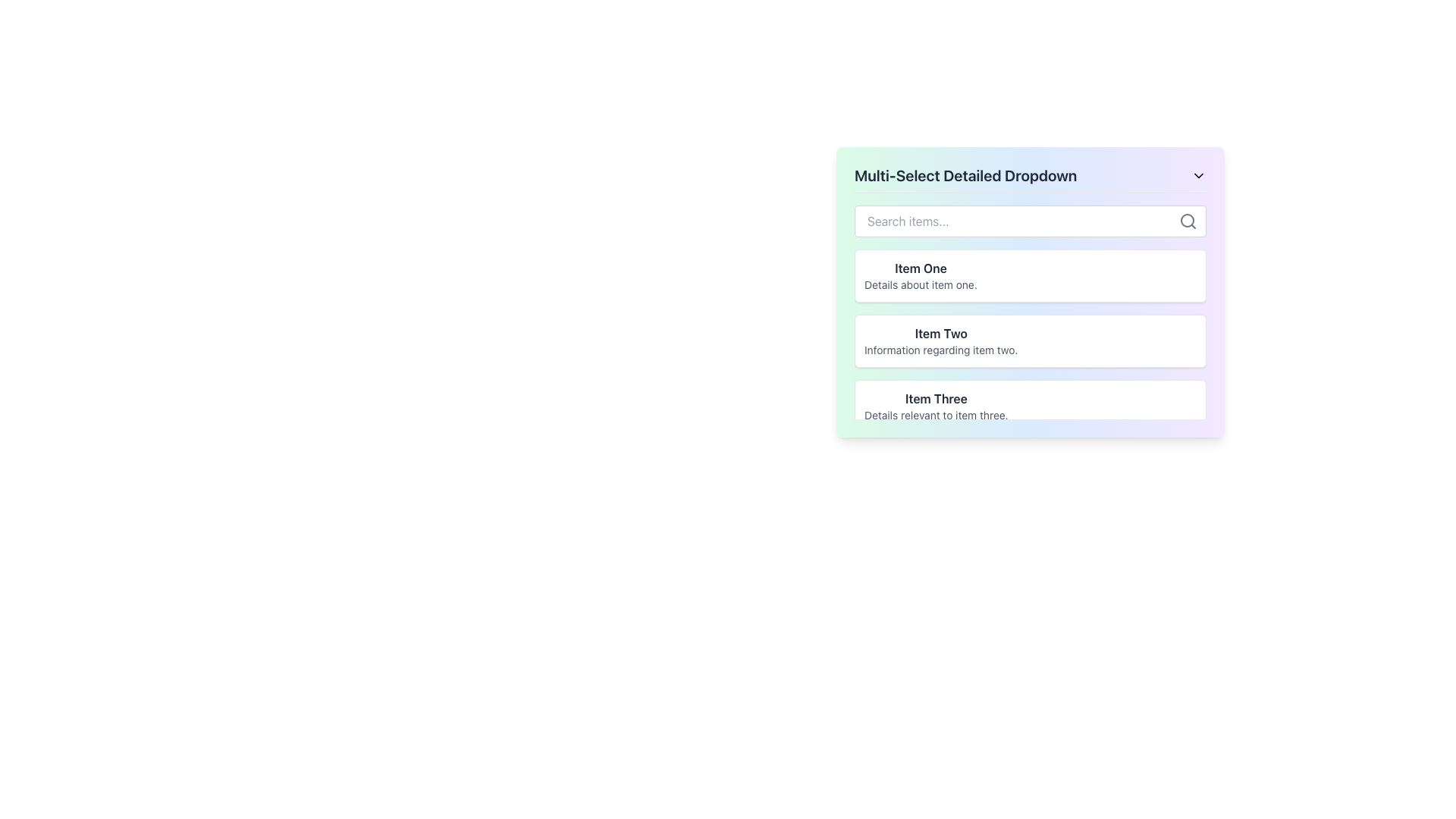 Image resolution: width=1456 pixels, height=819 pixels. I want to click on the 'Multi-Select Detailed Dropdown', so click(1030, 292).